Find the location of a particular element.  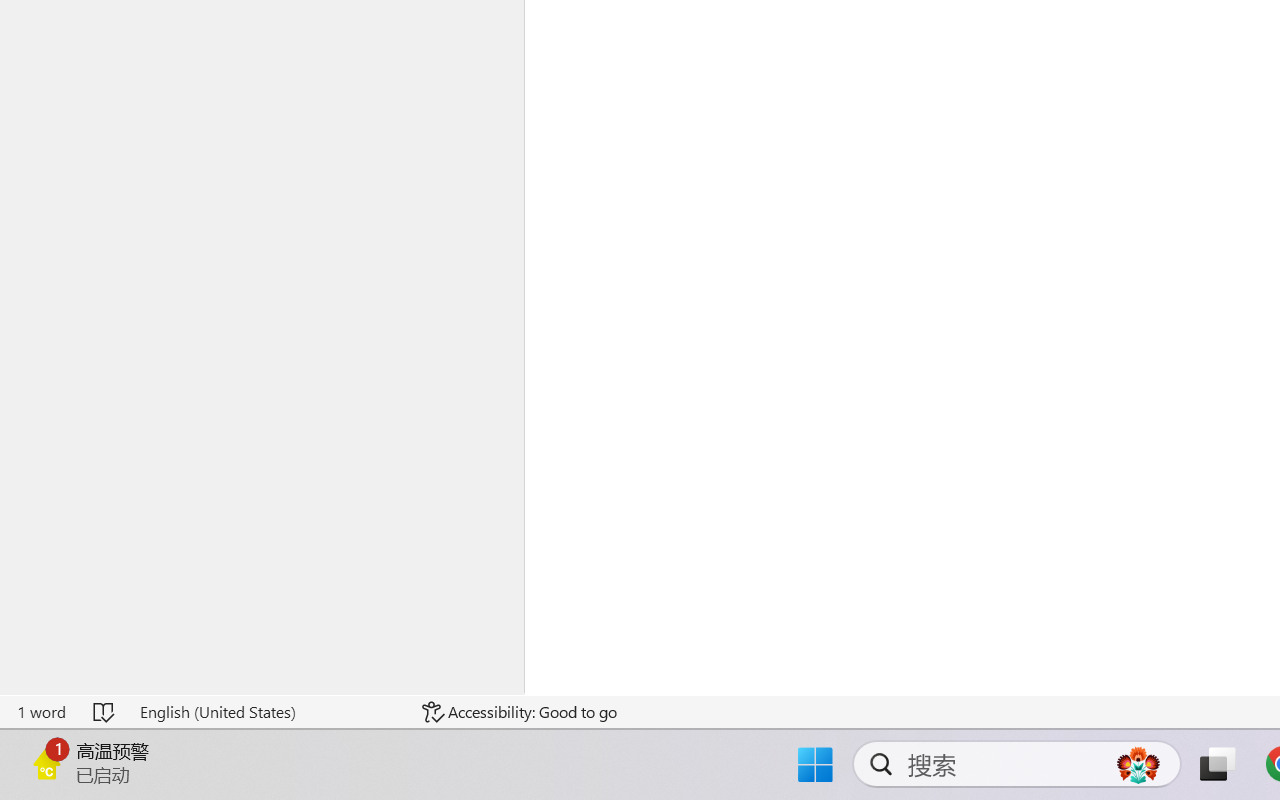

'Accessibility Checker Accessibility: Good to go' is located at coordinates (519, 711).